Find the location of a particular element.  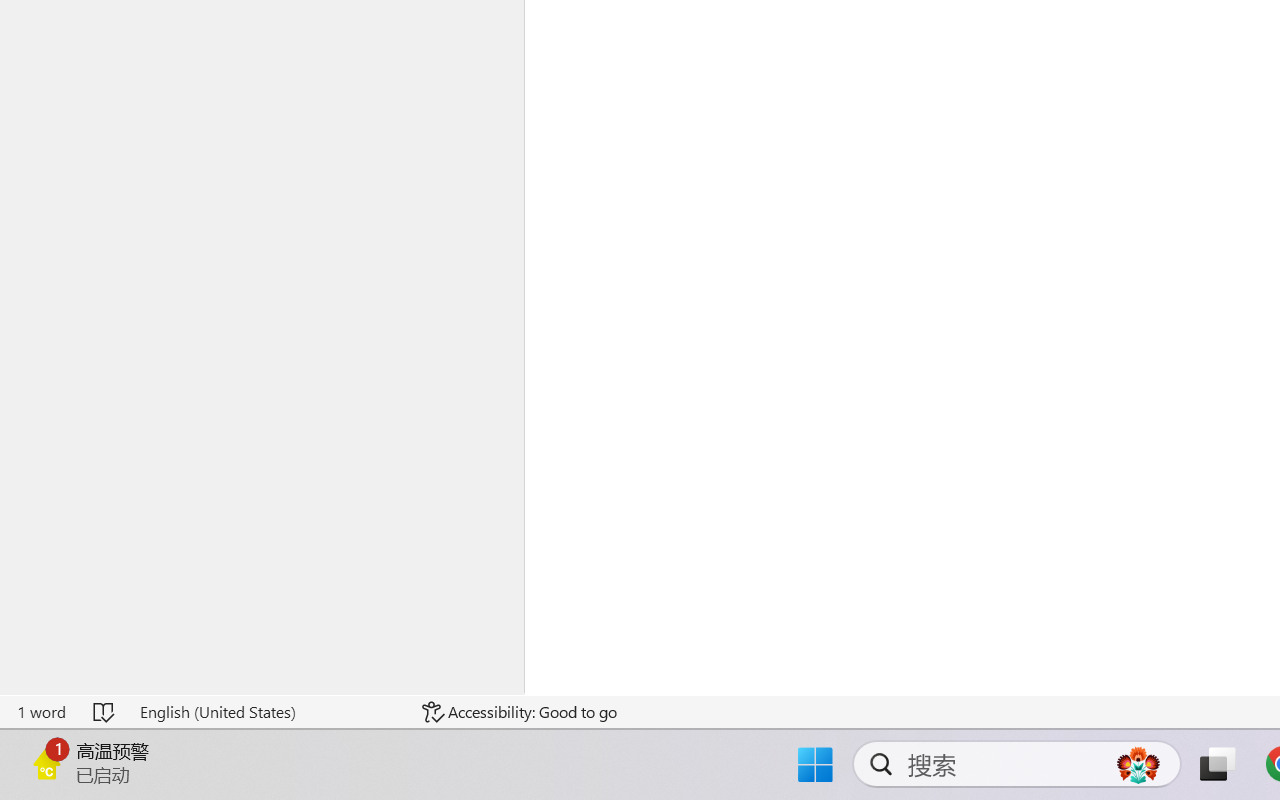

'Accessibility Checker Accessibility: Good to go' is located at coordinates (519, 711).